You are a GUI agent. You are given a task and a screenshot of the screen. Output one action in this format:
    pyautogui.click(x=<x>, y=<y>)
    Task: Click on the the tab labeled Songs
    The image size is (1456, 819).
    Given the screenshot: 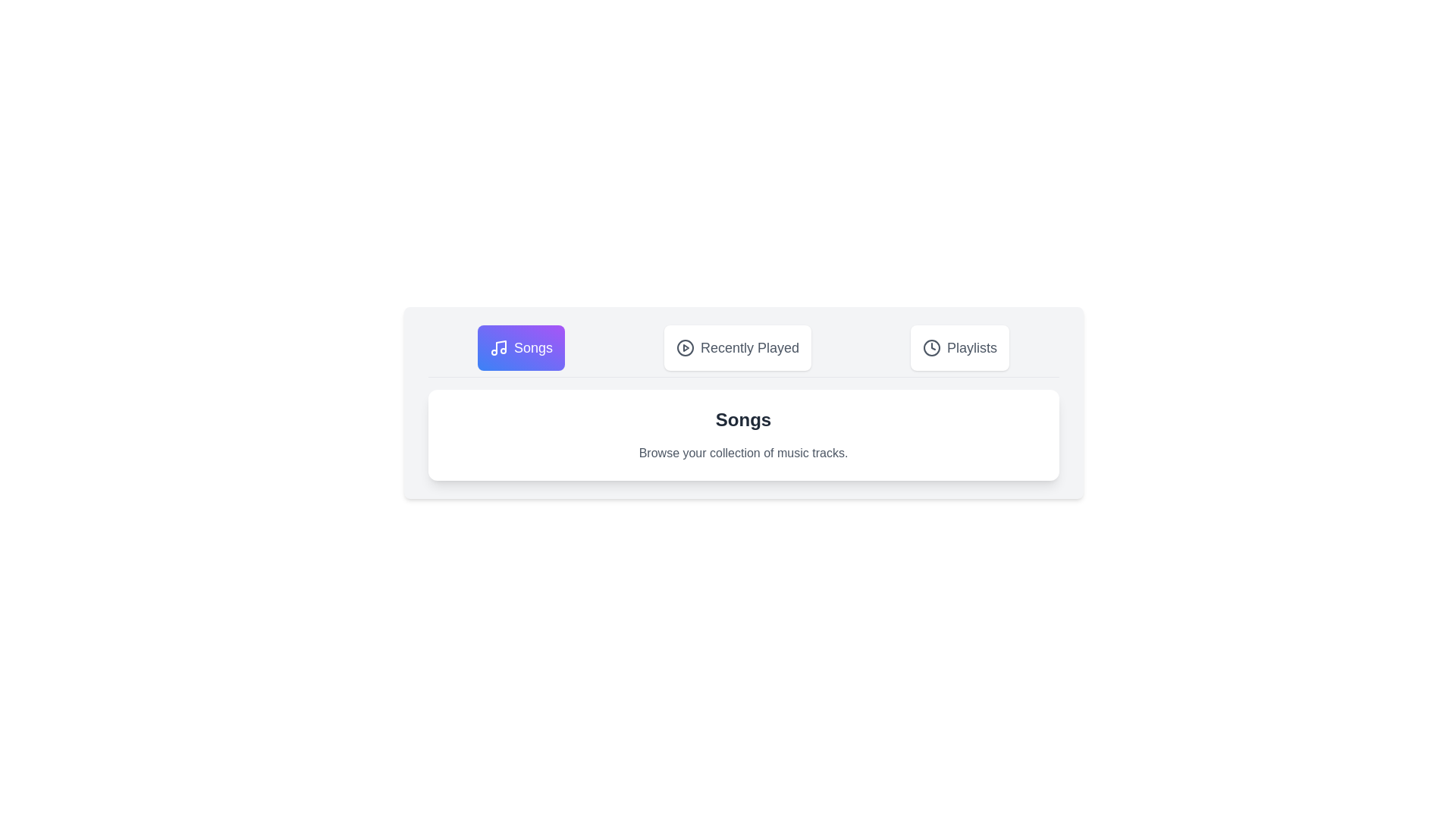 What is the action you would take?
    pyautogui.click(x=520, y=348)
    